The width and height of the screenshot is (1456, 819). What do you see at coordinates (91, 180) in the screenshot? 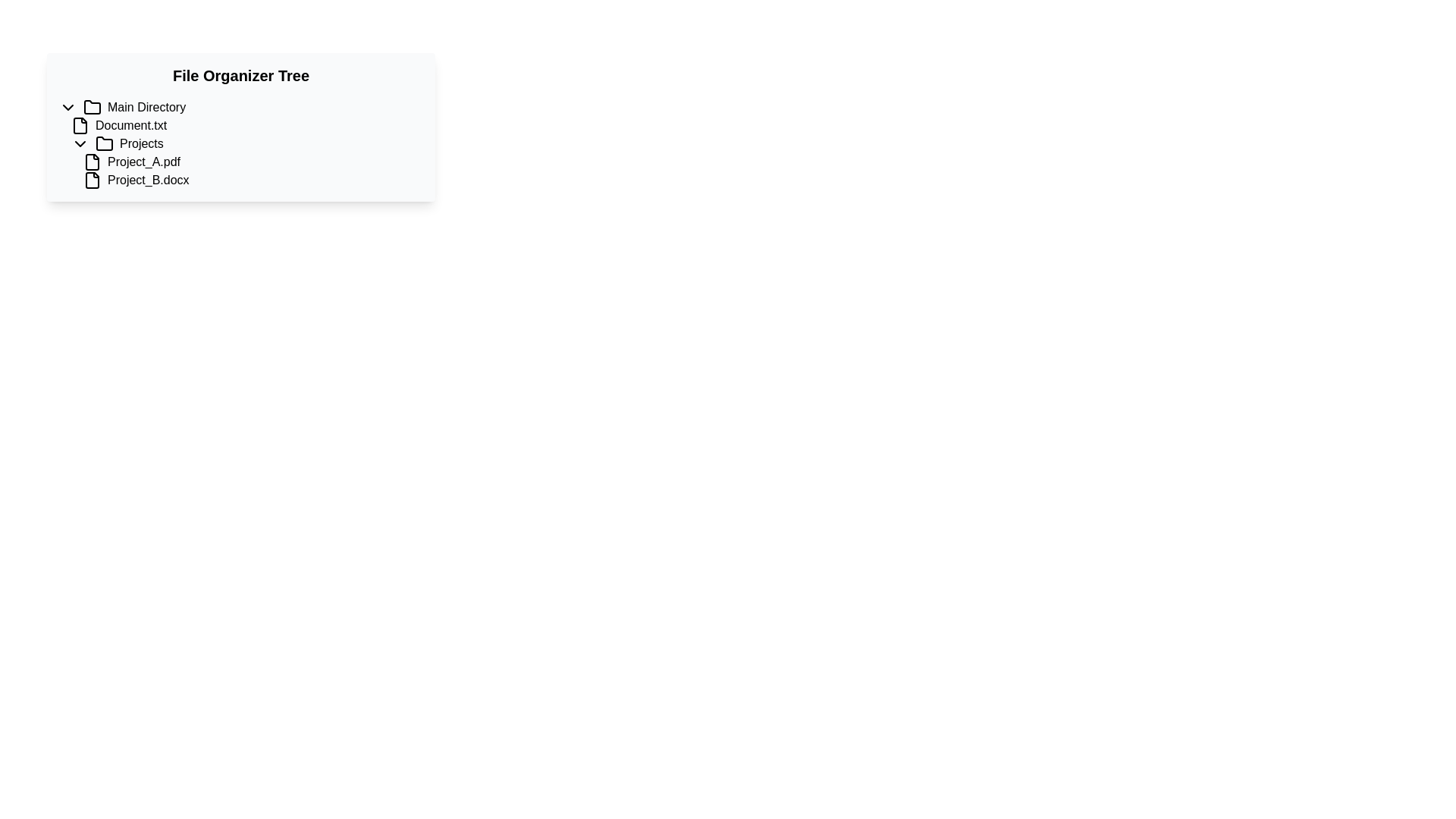
I see `small file icon styled as a document sheet with a folded corner, located to the left of the text 'Project_B.docx'` at bounding box center [91, 180].